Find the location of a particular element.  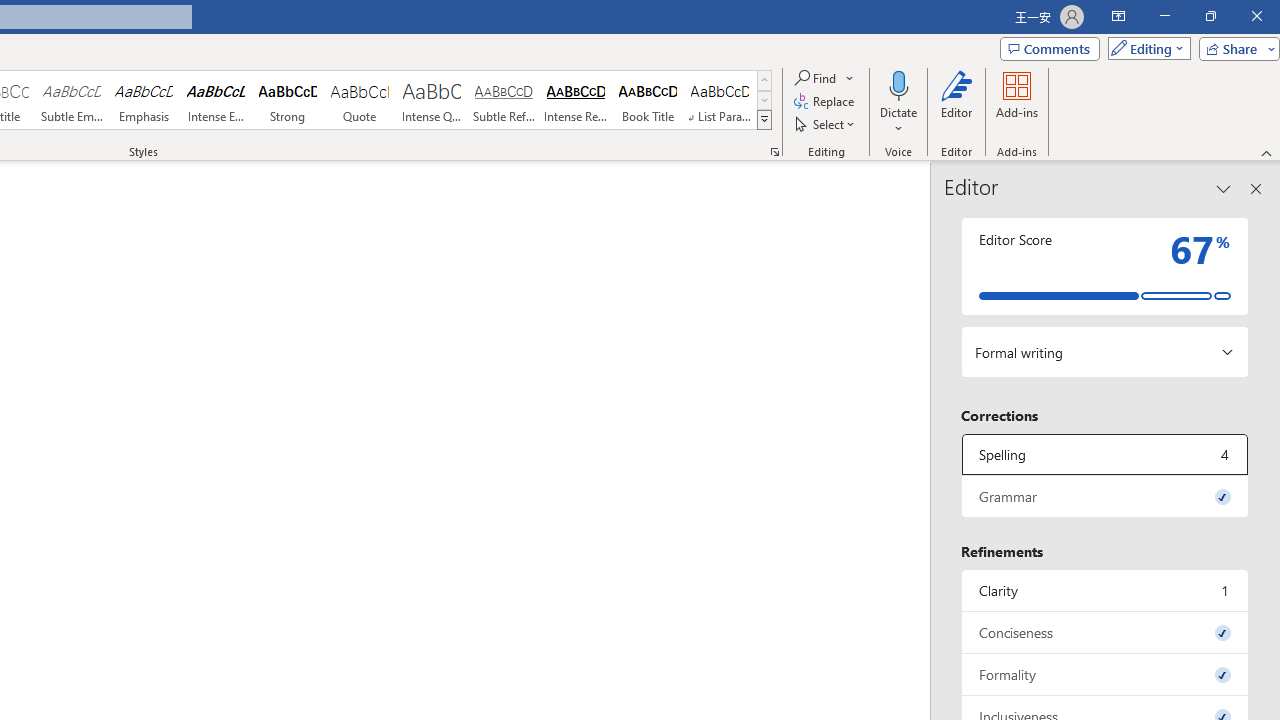

'Clarity, 1 issue. Press space or enter to review items.' is located at coordinates (1104, 589).